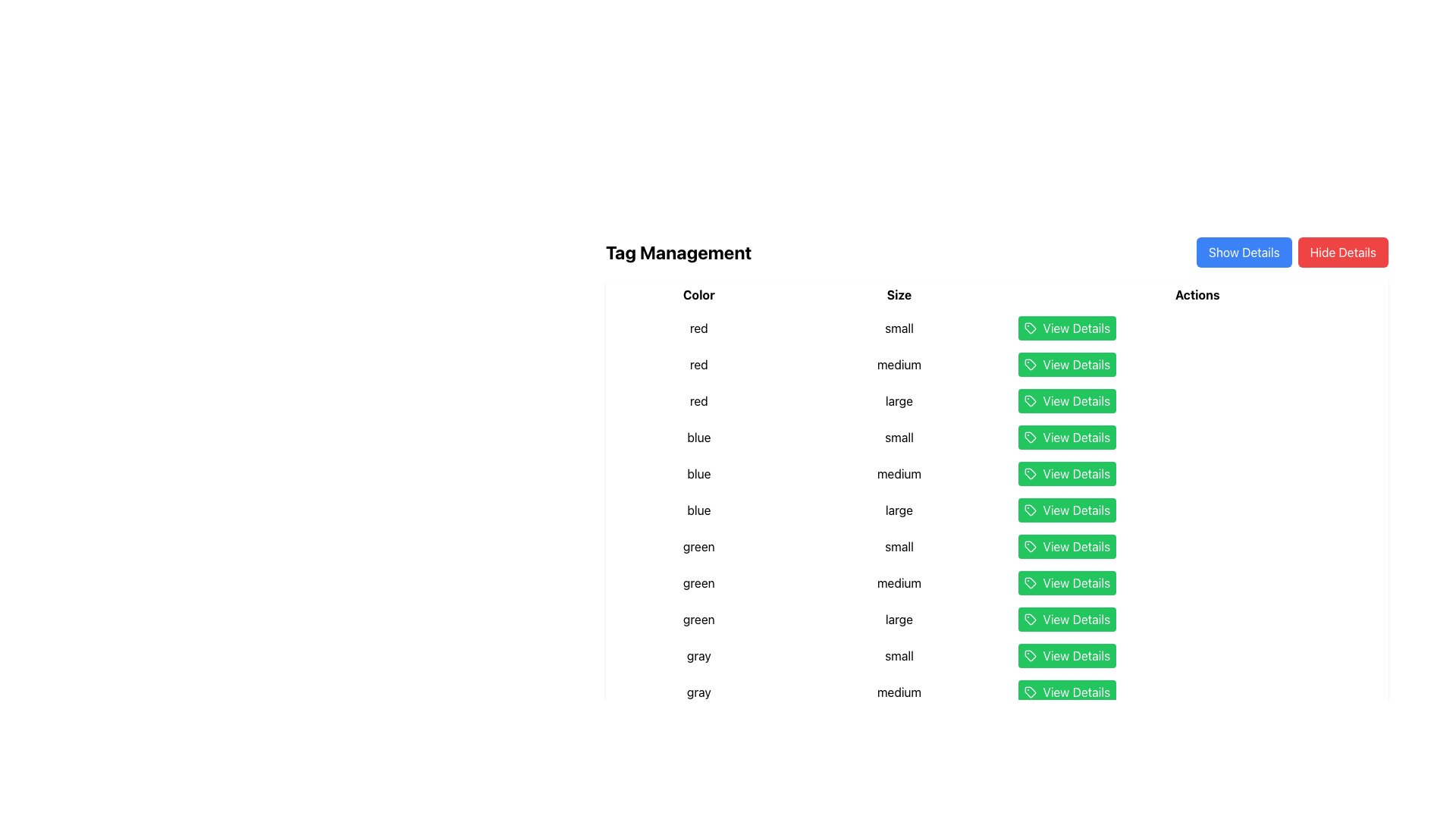  What do you see at coordinates (1031, 582) in the screenshot?
I see `the decorative icon within the third 'View Details' button in the 'Actions' column, which corresponds to the row with 'green' as the color and 'medium' as the size` at bounding box center [1031, 582].